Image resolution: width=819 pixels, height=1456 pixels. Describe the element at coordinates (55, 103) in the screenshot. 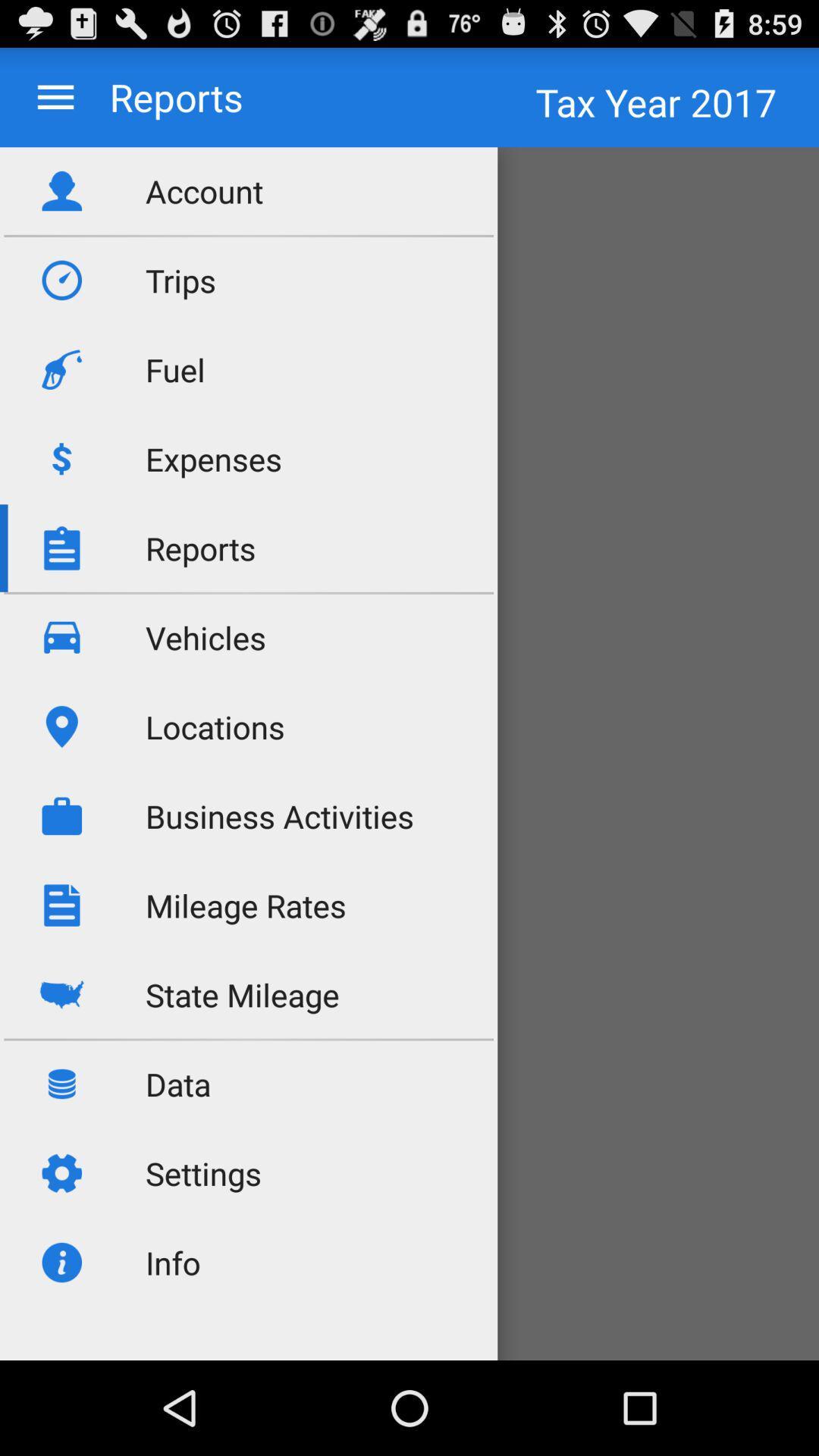

I see `the menu icon` at that location.